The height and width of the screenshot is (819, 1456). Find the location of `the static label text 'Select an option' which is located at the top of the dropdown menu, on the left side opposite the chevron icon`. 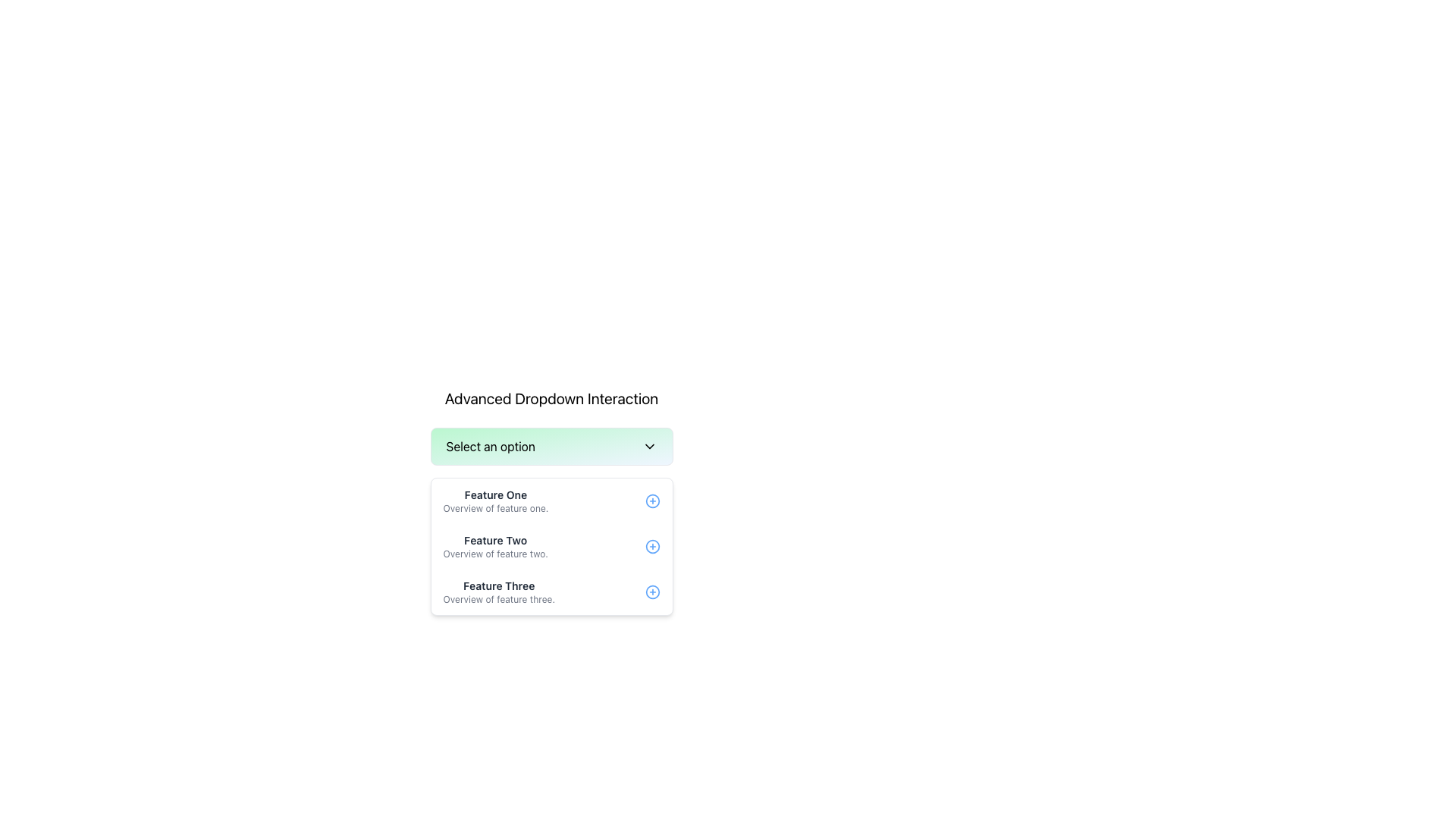

the static label text 'Select an option' which is located at the top of the dropdown menu, on the left side opposite the chevron icon is located at coordinates (491, 446).